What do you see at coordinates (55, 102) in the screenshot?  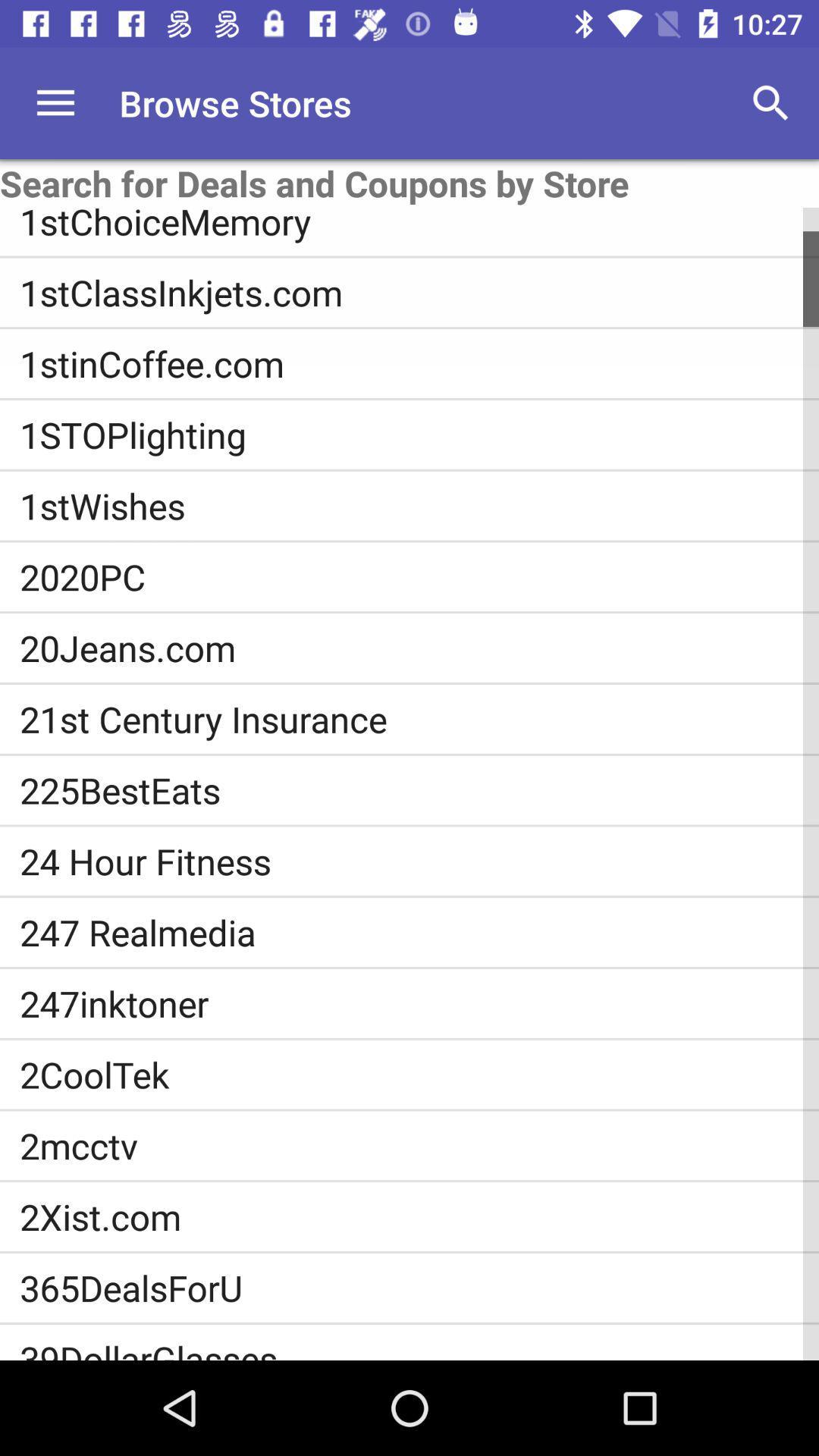 I see `app to the left of browse stores icon` at bounding box center [55, 102].